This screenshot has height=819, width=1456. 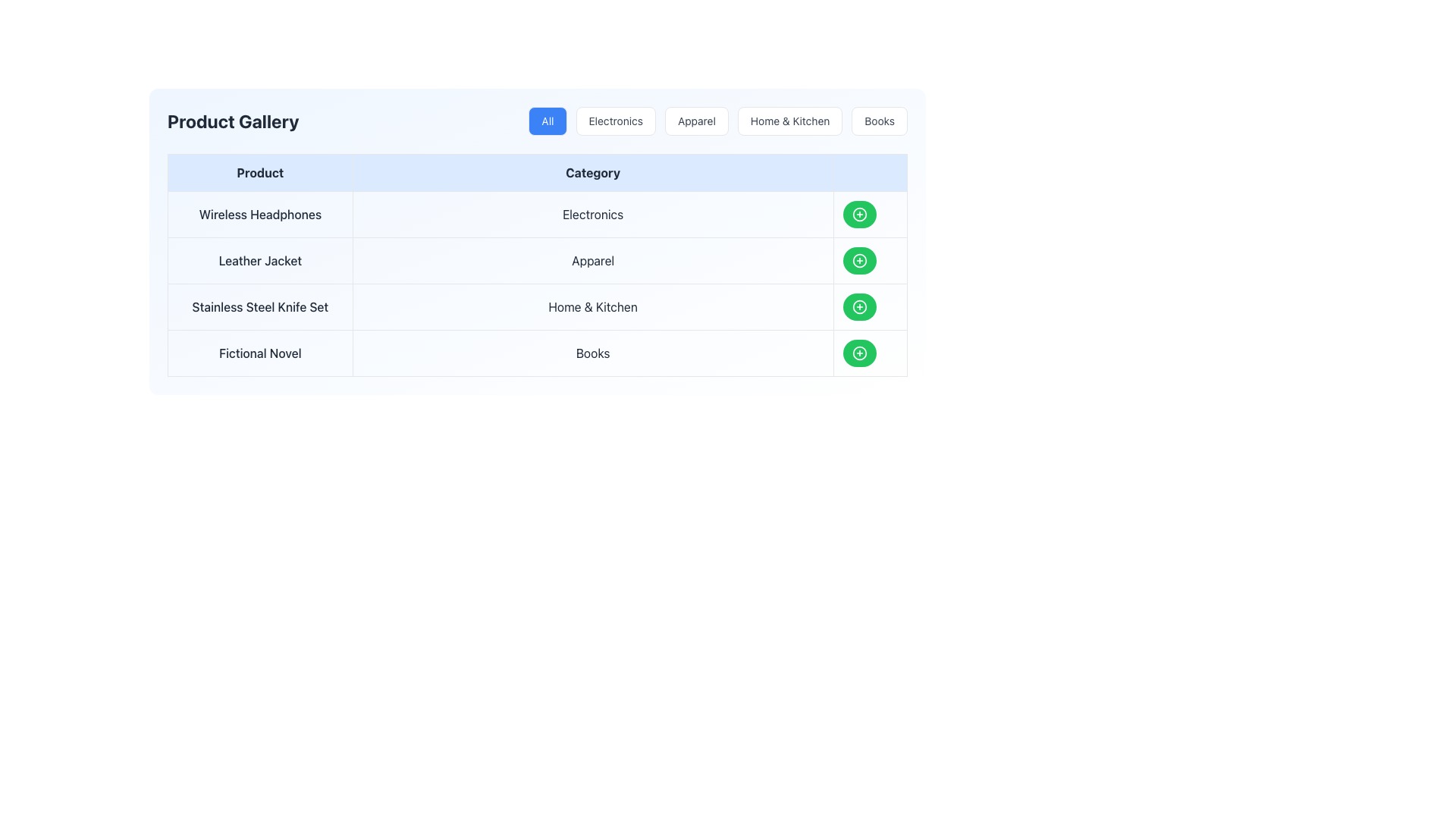 I want to click on the third button in the 'Leather Jacket' row of the 'Category' column, so click(x=870, y=259).